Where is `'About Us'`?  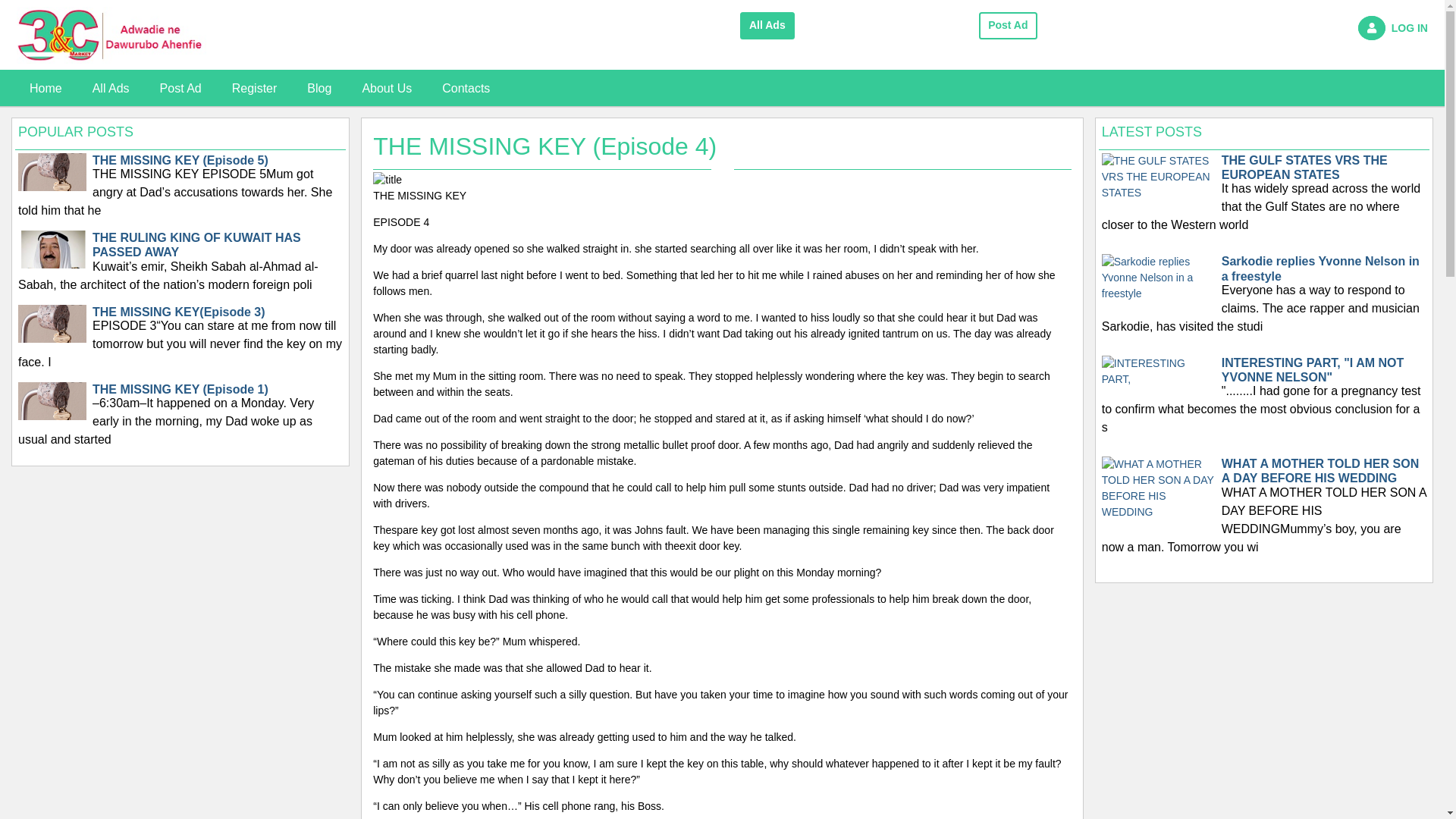 'About Us' is located at coordinates (345, 88).